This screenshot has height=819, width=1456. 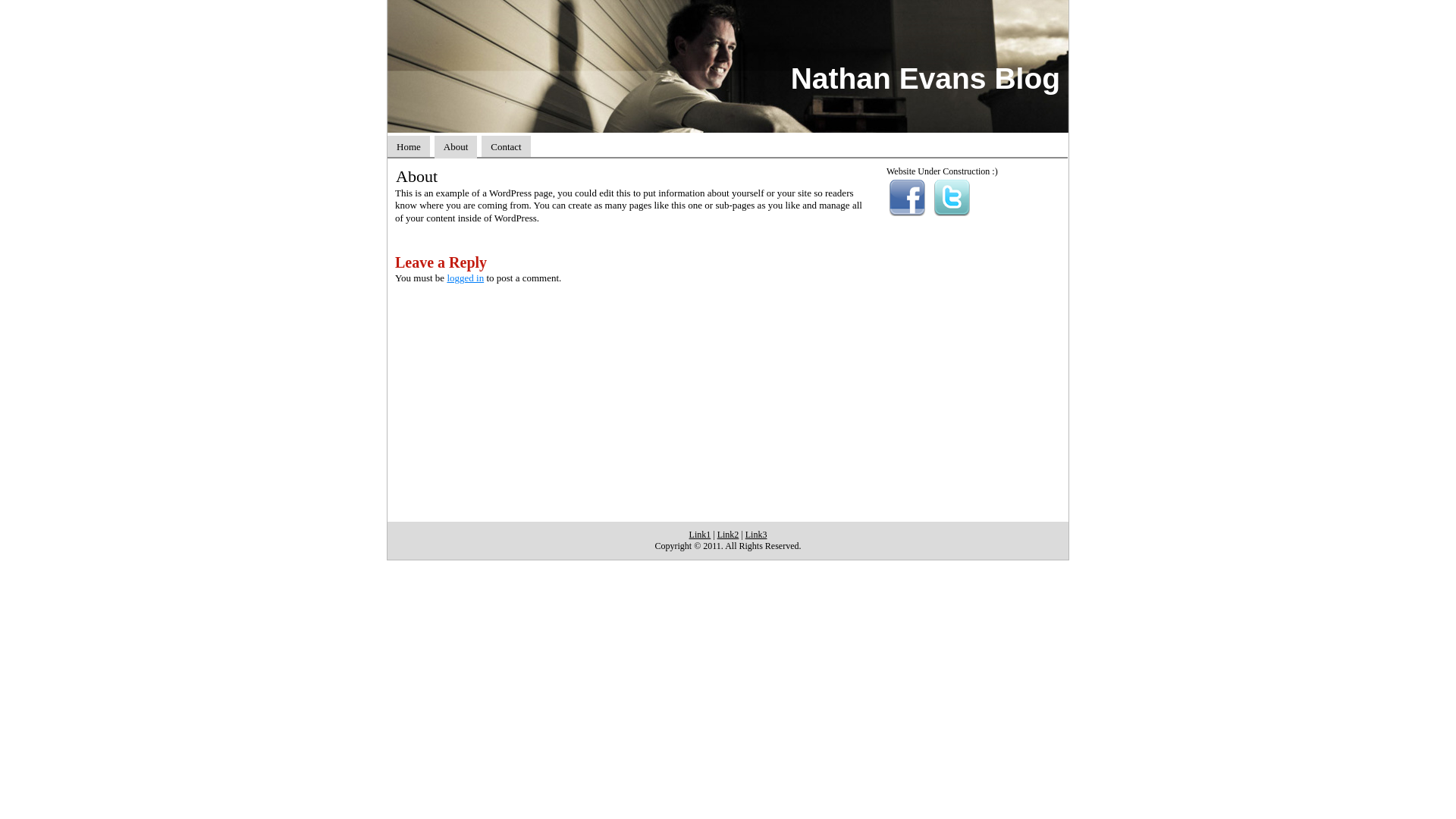 What do you see at coordinates (728, 534) in the screenshot?
I see `'Link2'` at bounding box center [728, 534].